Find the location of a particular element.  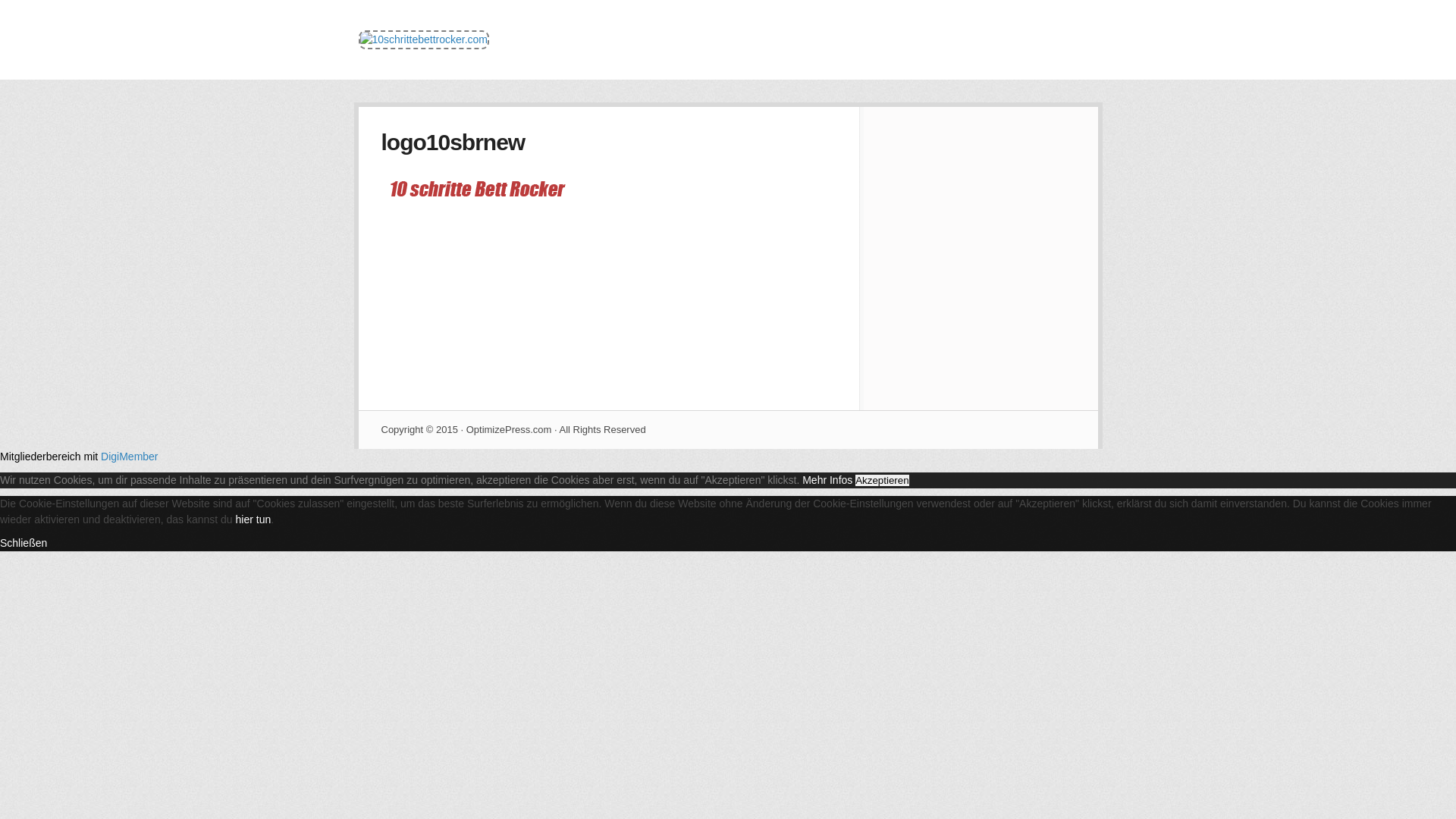

'Akzeptieren' is located at coordinates (881, 480).